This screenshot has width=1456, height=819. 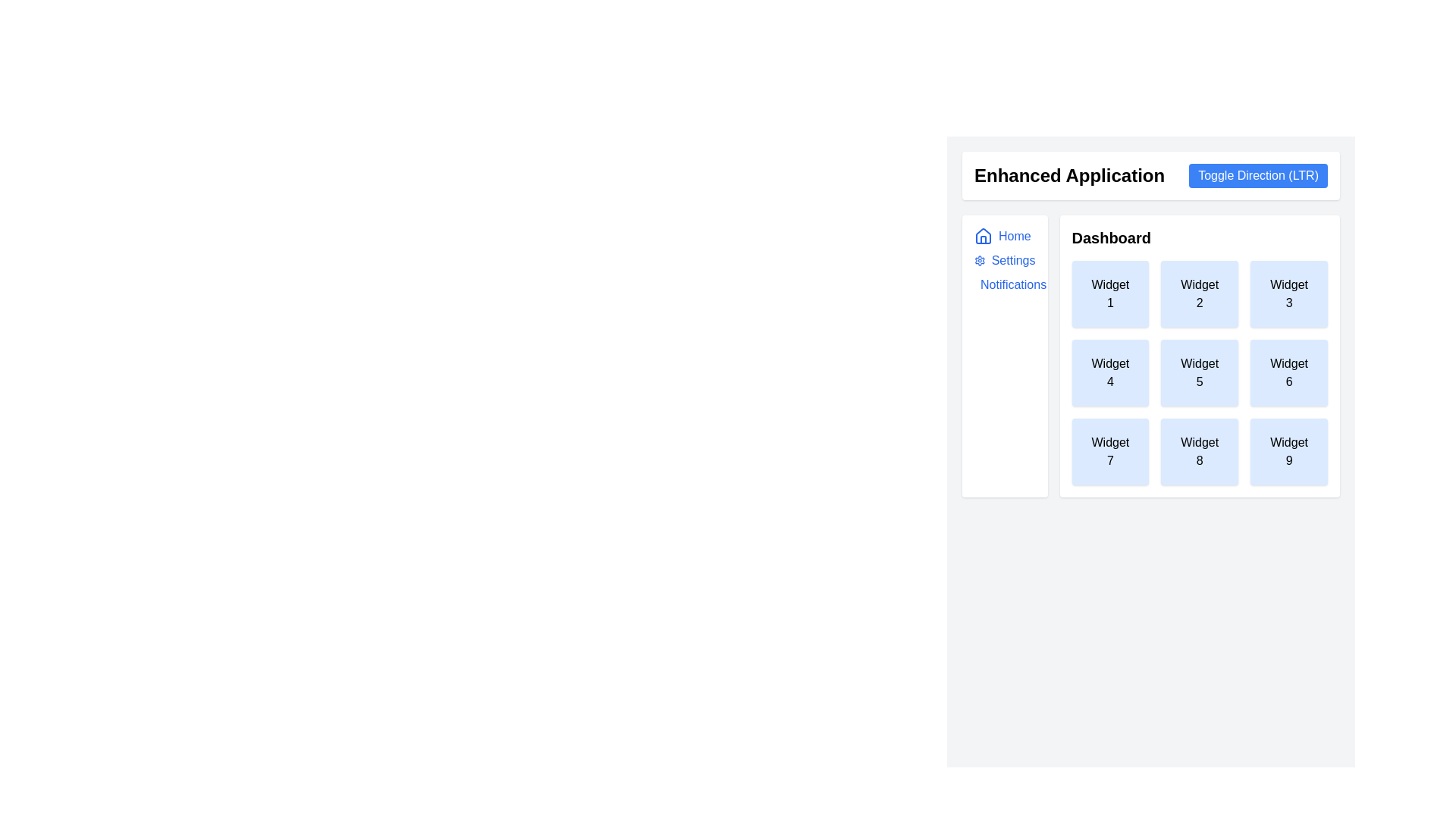 I want to click on the 'Home' navigation link with a blue house-shaped icon, so click(x=1005, y=237).